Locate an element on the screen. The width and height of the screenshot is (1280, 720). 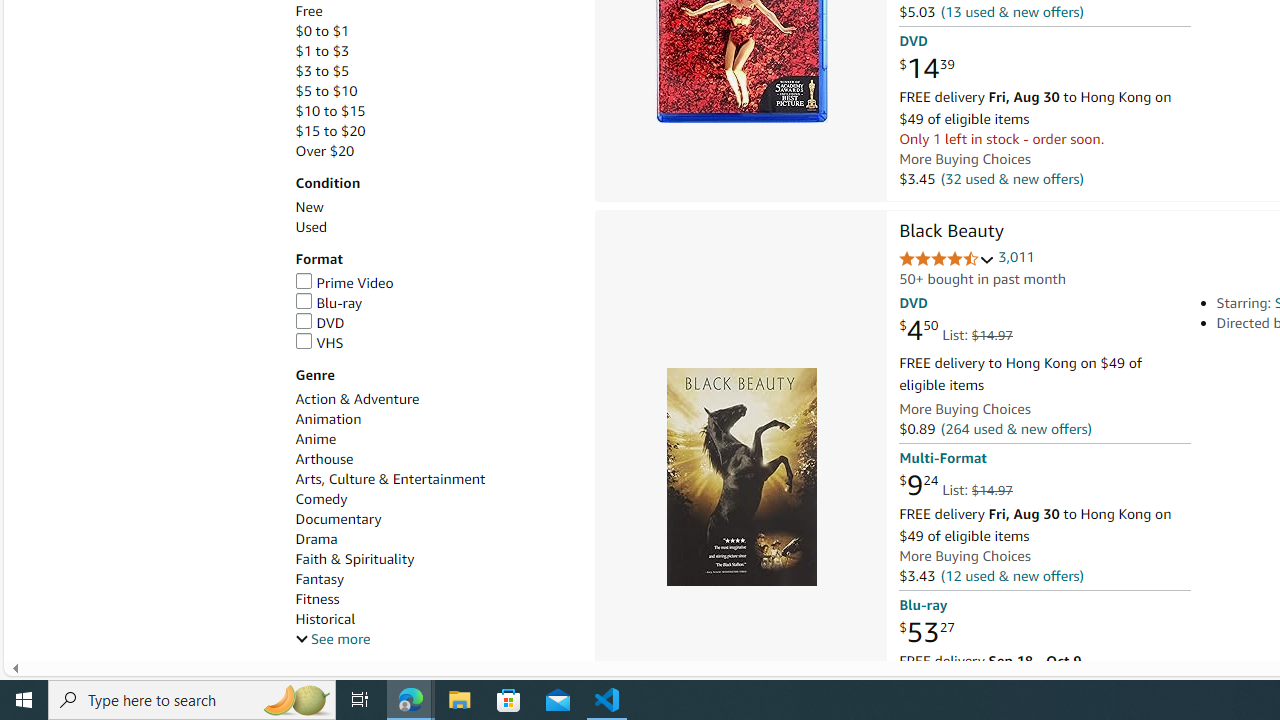
'$4.50 List: $14.97' is located at coordinates (954, 330).